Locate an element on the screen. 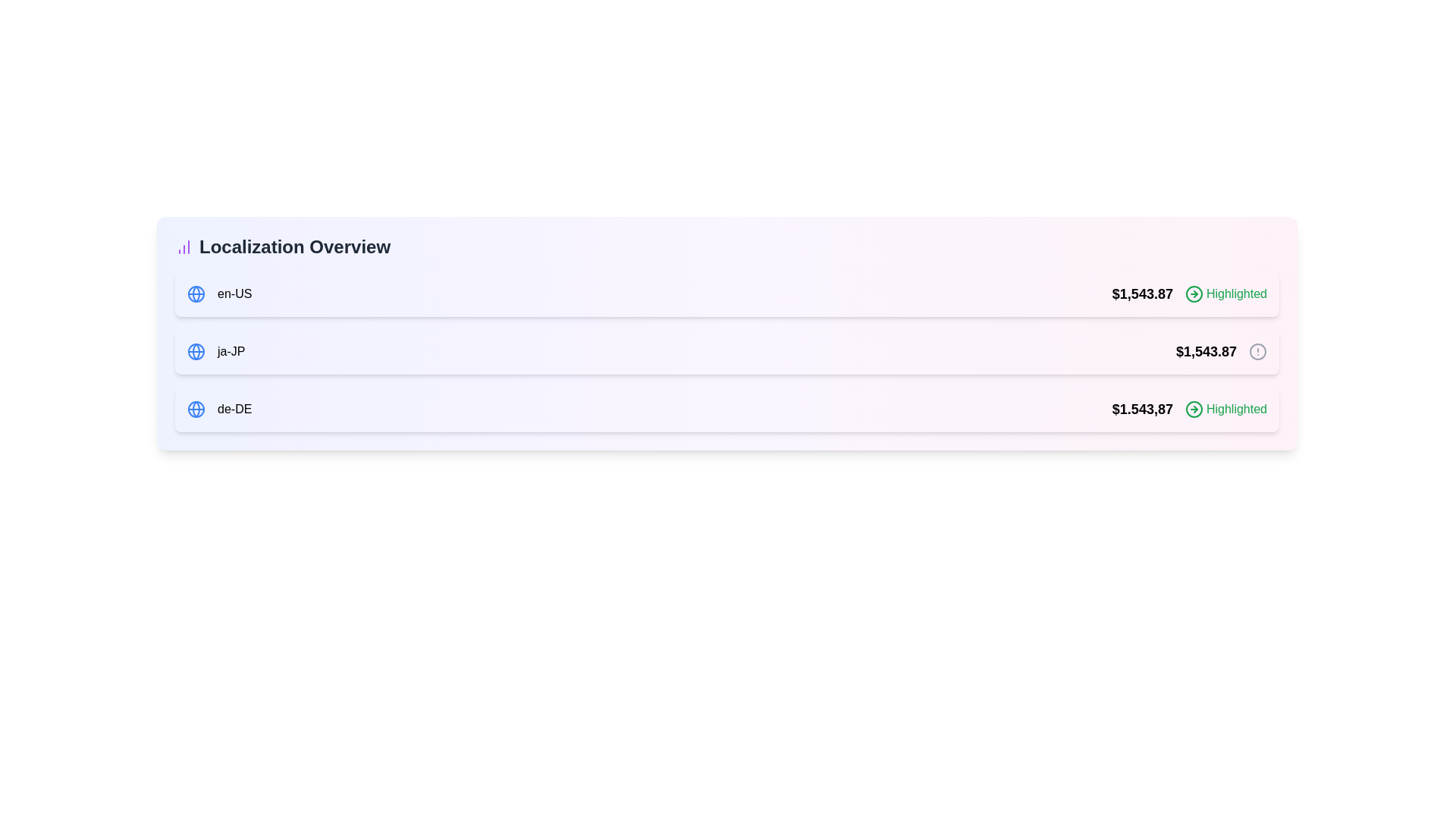  the alert indicator icon located in the second row of the list component, adjacent to the monetary value '$1,543.87' and aligned with the 'Highlighted' label is located at coordinates (1258, 351).